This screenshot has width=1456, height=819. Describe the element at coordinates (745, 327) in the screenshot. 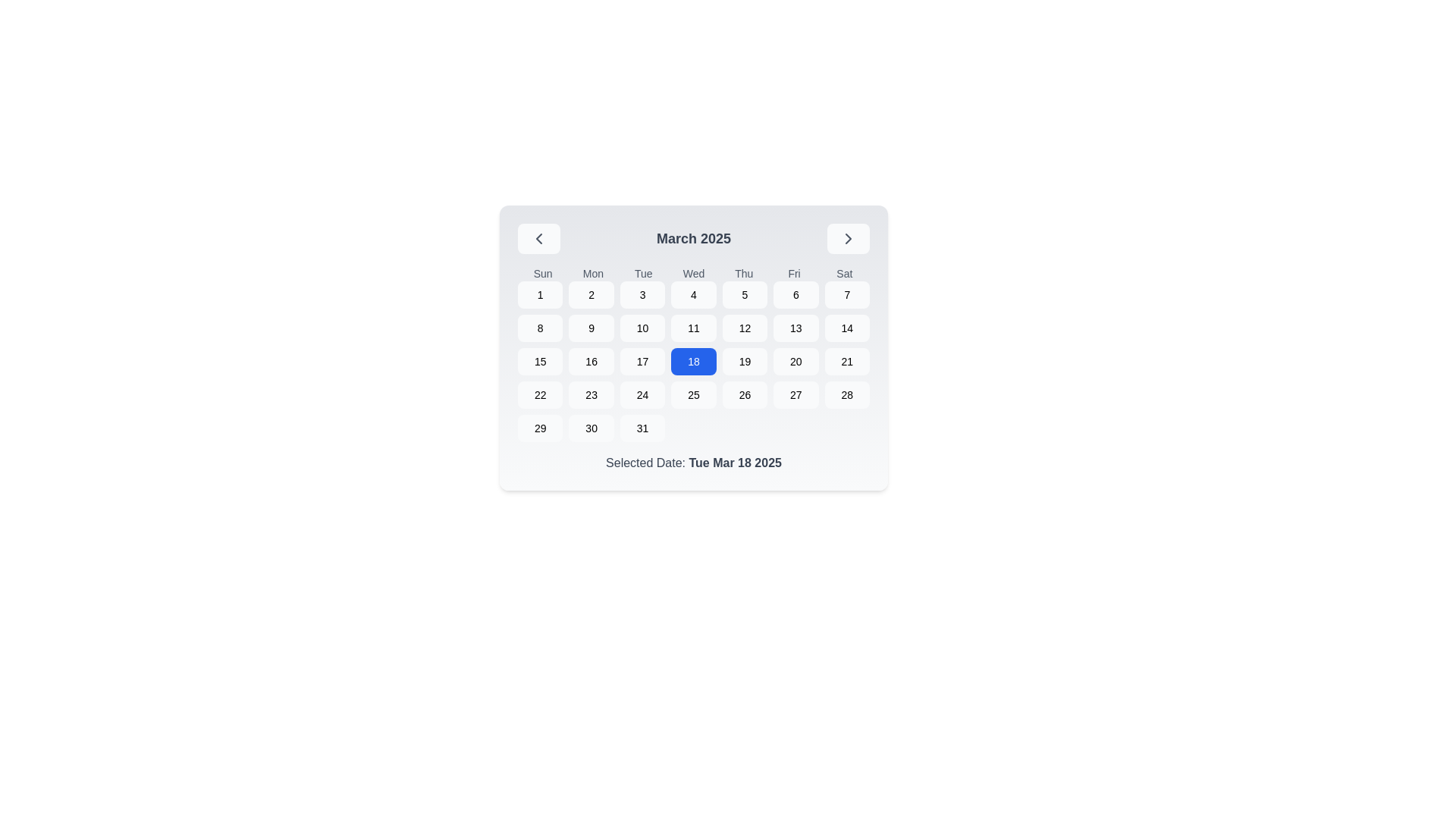

I see `the calendar day cell displaying the number '12'` at that location.